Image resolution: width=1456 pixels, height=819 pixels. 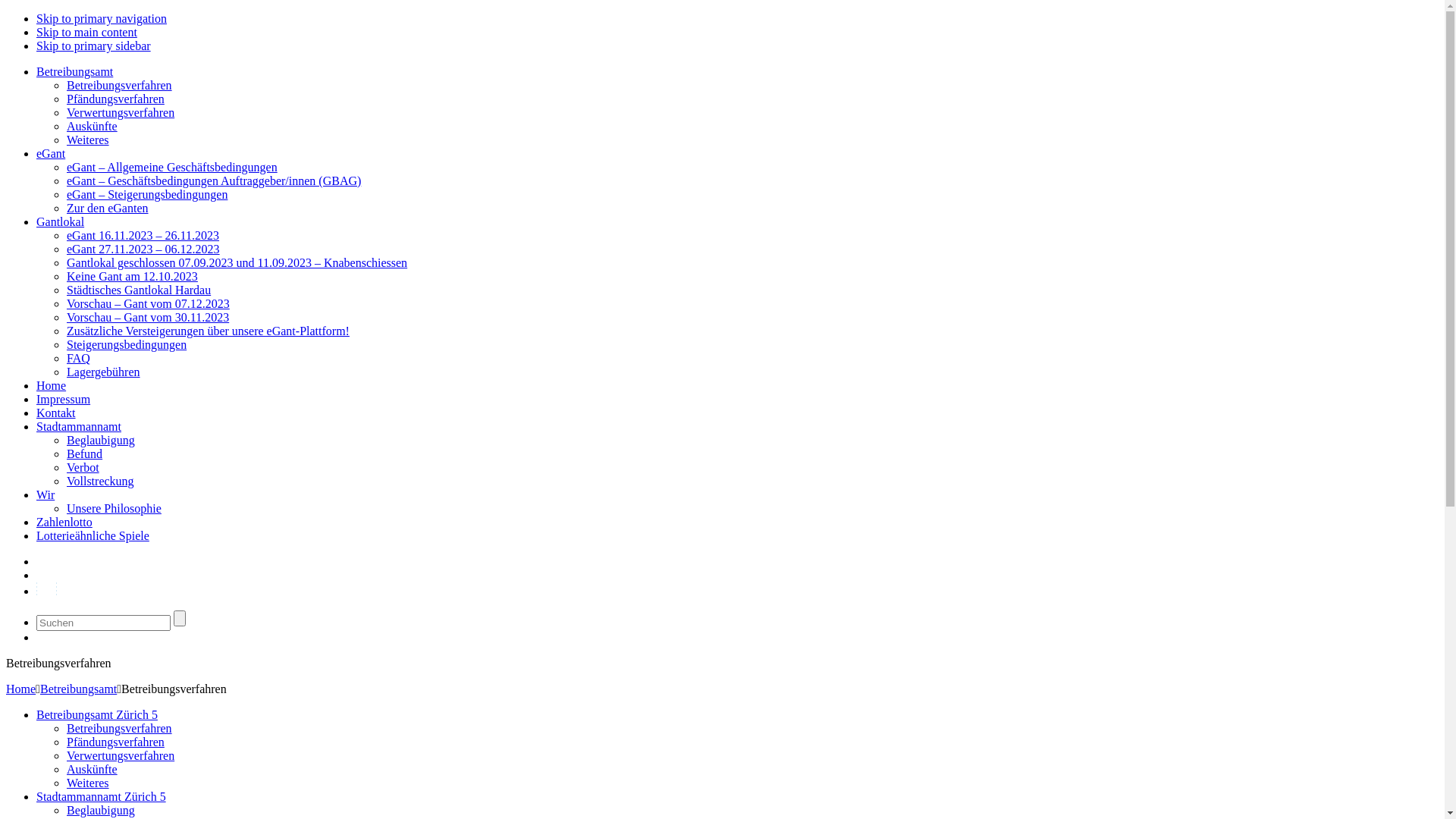 What do you see at coordinates (77, 358) in the screenshot?
I see `'FAQ'` at bounding box center [77, 358].